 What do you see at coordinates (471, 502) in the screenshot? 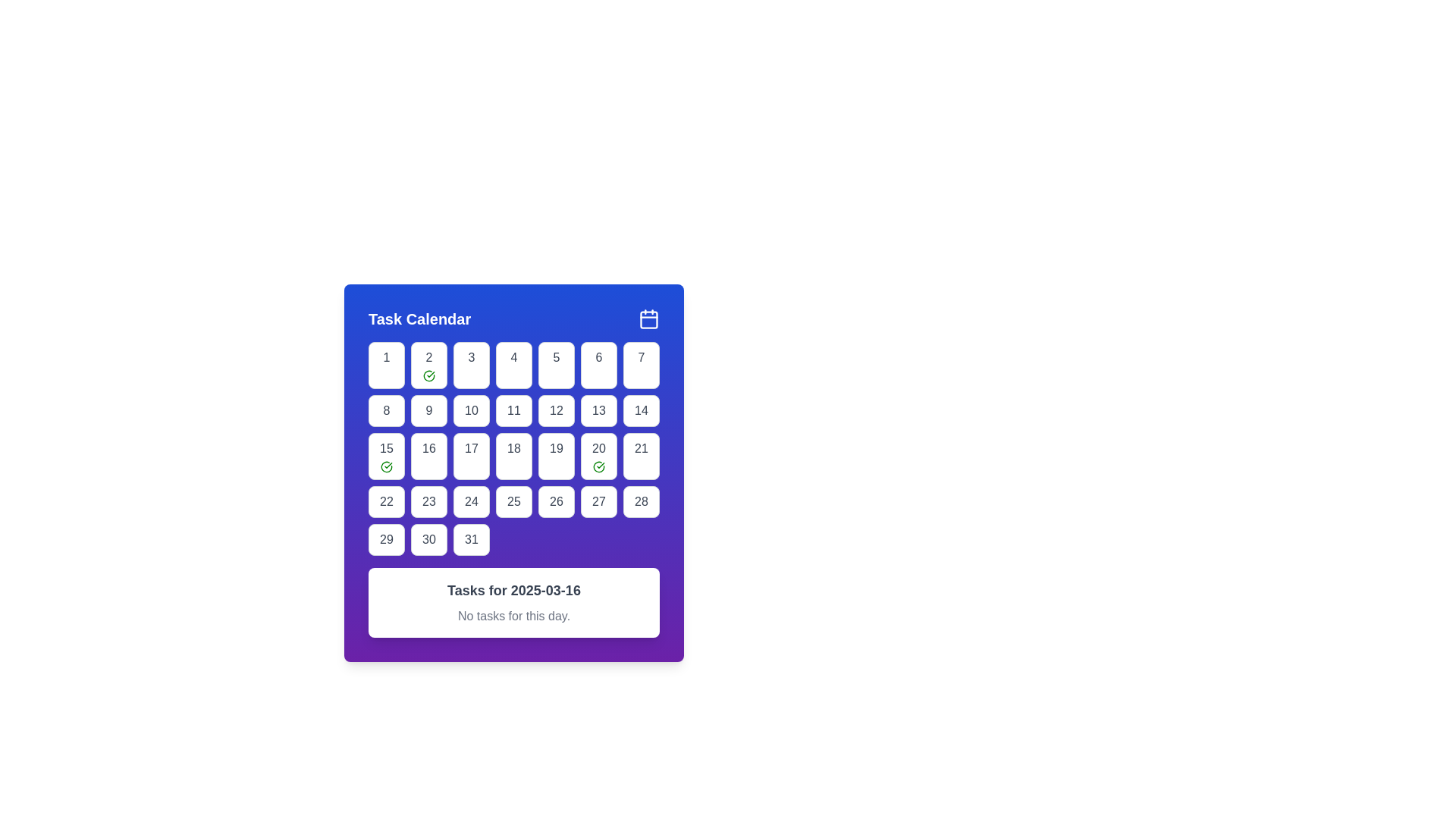
I see `the date '24' displayed in a white box with rounded corners in the sixth row and fourth column of the calendar grid` at bounding box center [471, 502].